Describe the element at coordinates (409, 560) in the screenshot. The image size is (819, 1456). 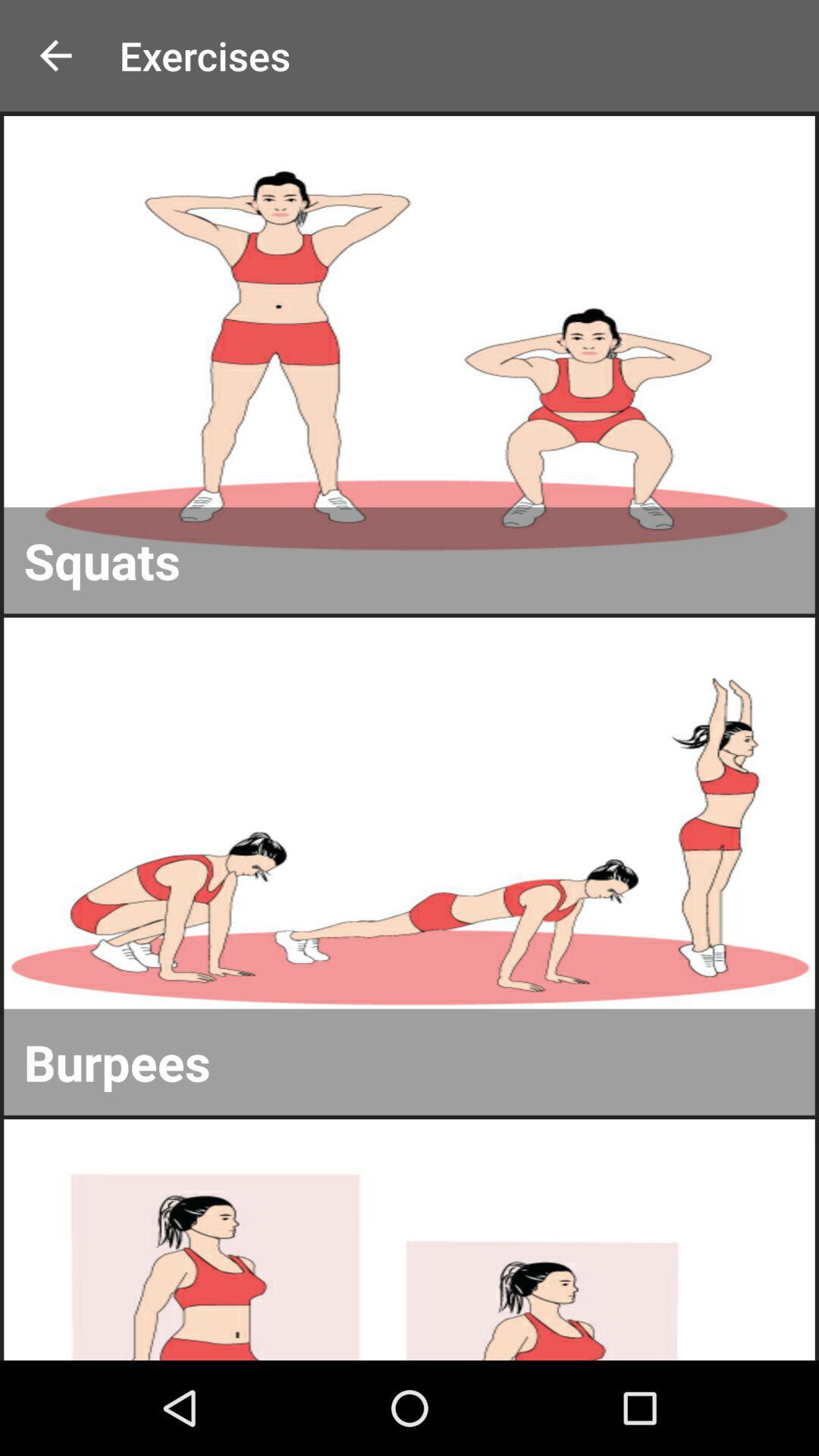
I see `the squats app` at that location.